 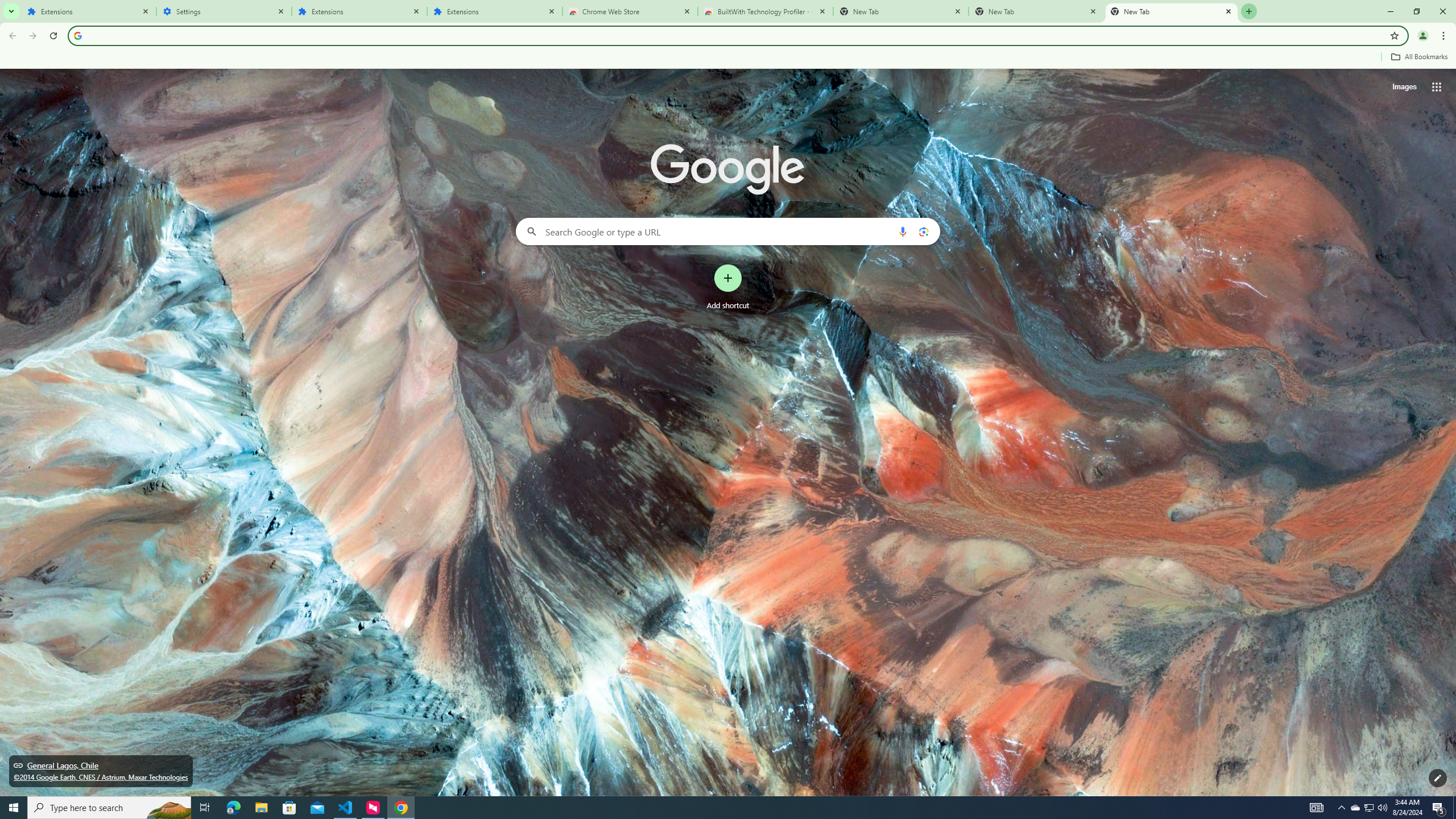 I want to click on 'Extensions', so click(x=359, y=11).